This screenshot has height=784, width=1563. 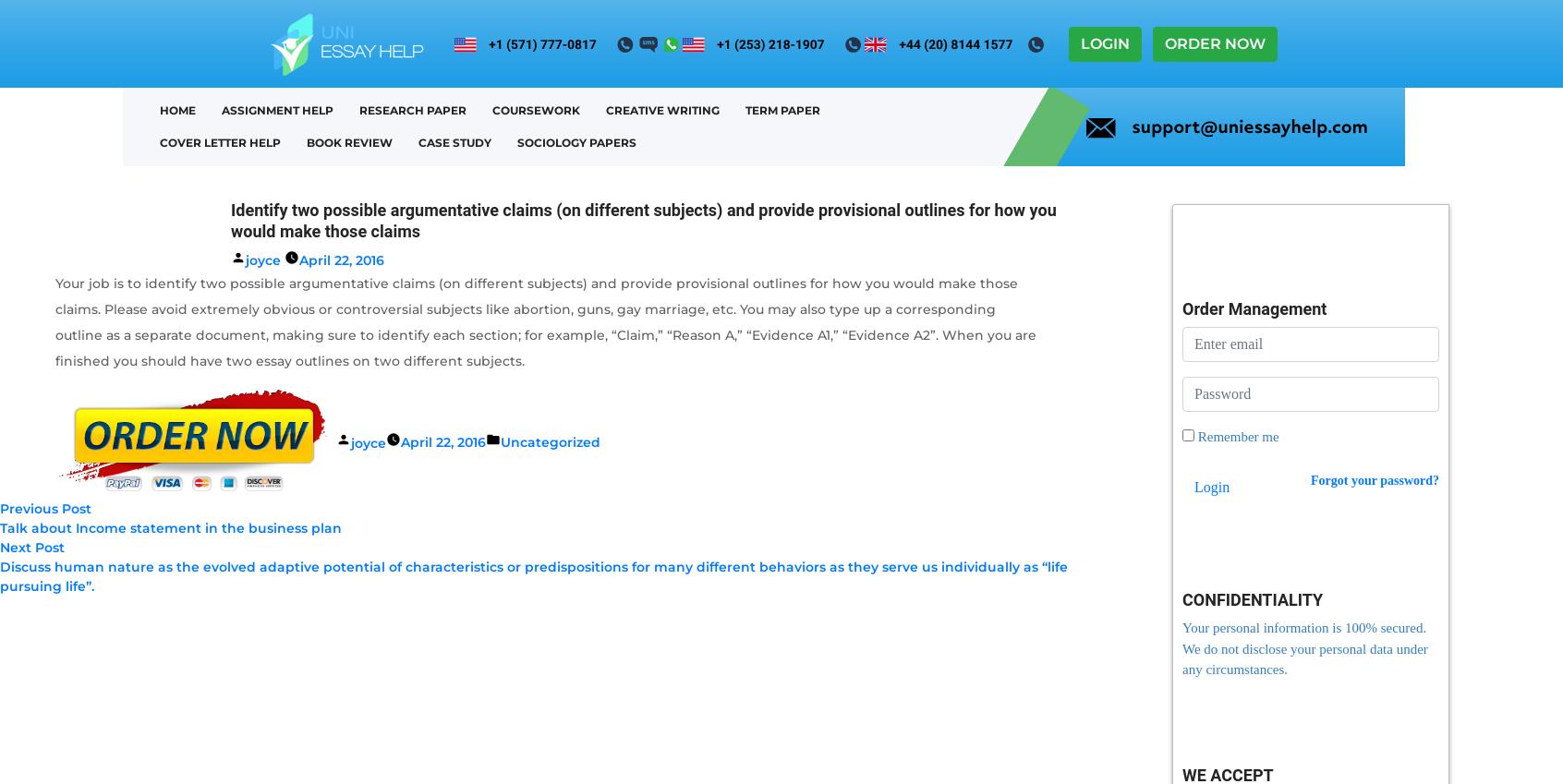 What do you see at coordinates (1235, 435) in the screenshot?
I see `'Remember me'` at bounding box center [1235, 435].